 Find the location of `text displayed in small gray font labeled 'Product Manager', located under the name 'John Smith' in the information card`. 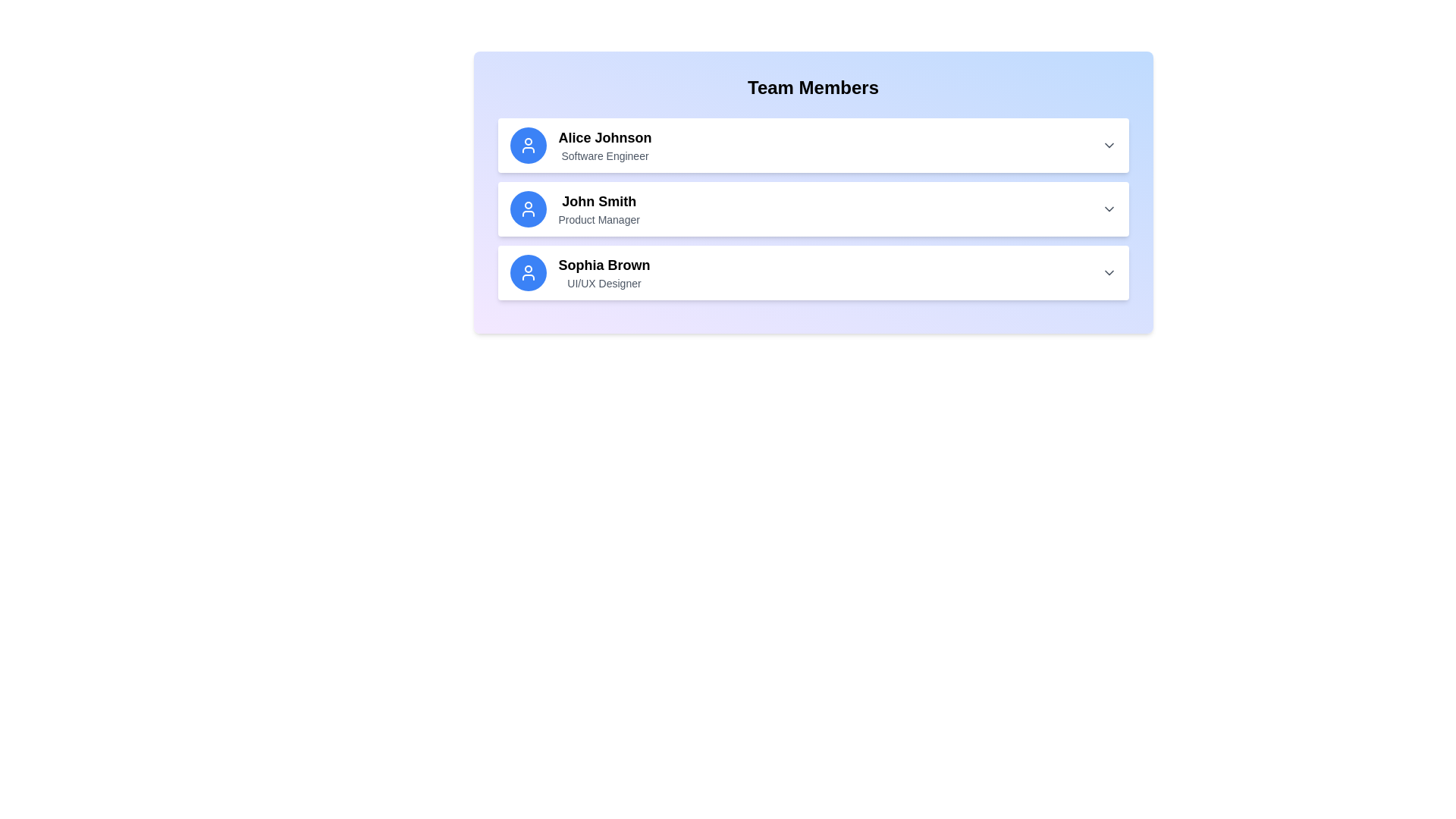

text displayed in small gray font labeled 'Product Manager', located under the name 'John Smith' in the information card is located at coordinates (598, 219).